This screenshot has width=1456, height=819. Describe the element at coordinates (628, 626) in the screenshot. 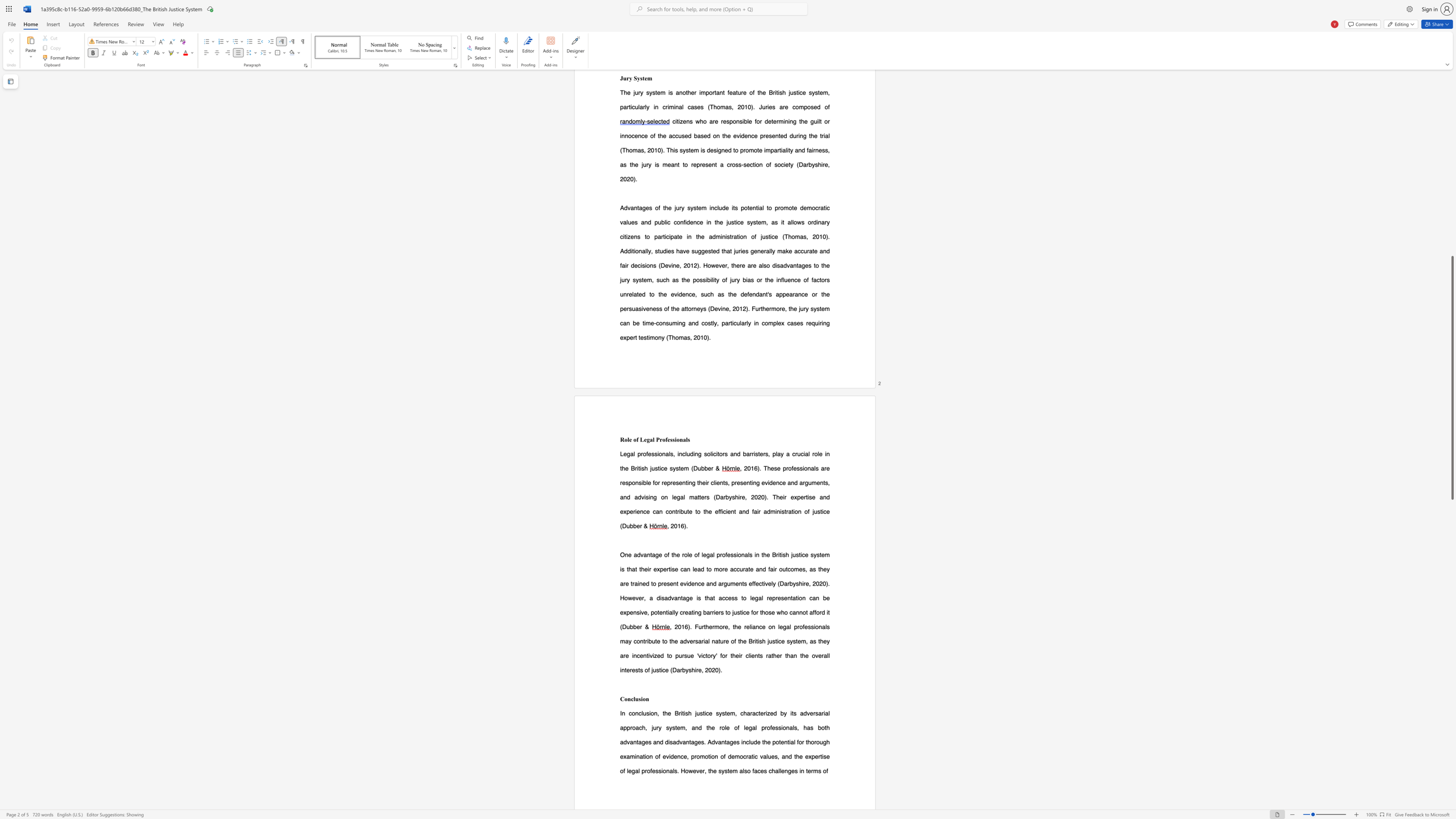

I see `the 1th character "u" in the text` at that location.